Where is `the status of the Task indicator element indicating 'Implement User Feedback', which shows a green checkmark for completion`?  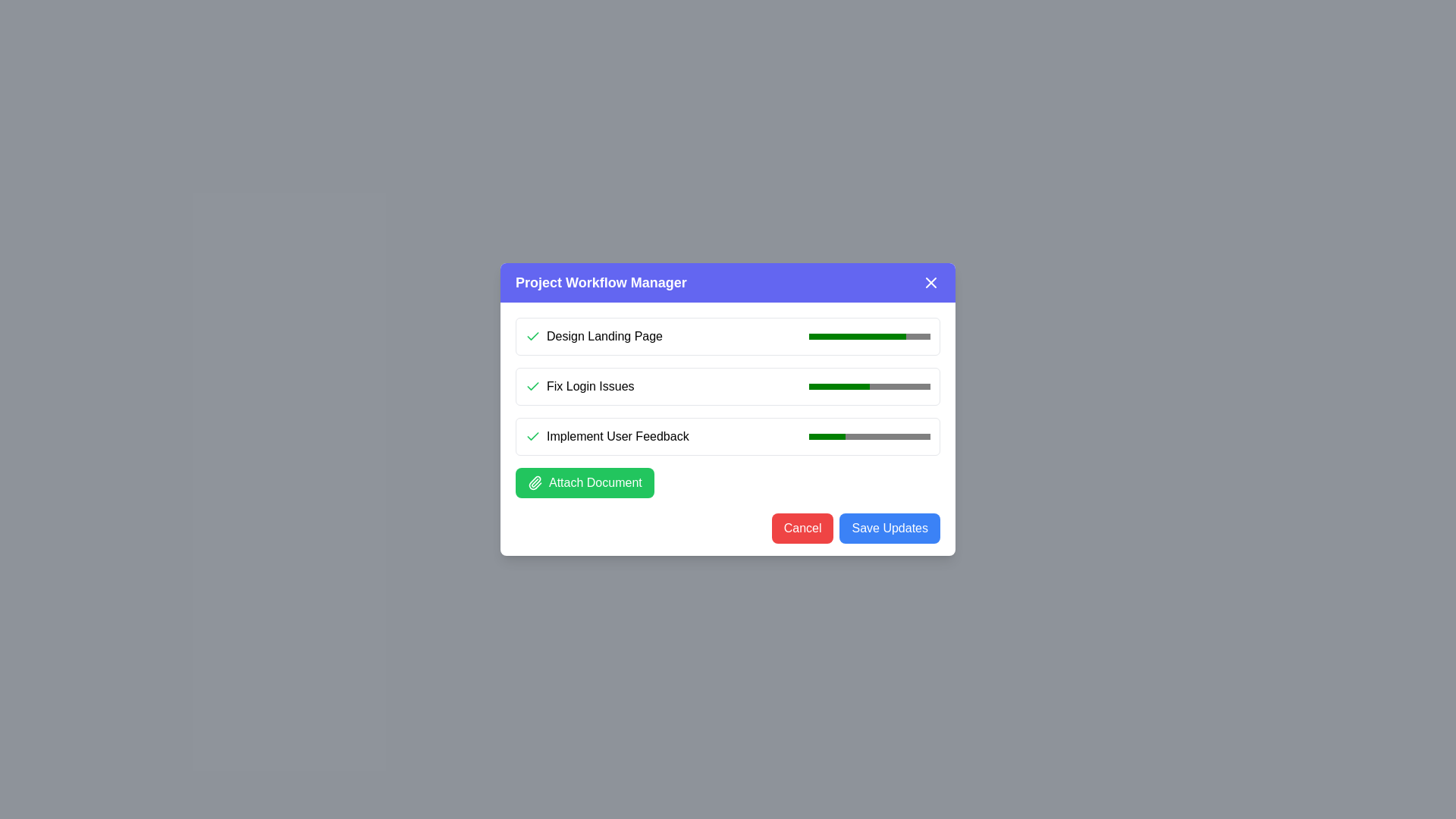 the status of the Task indicator element indicating 'Implement User Feedback', which shows a green checkmark for completion is located at coordinates (607, 436).